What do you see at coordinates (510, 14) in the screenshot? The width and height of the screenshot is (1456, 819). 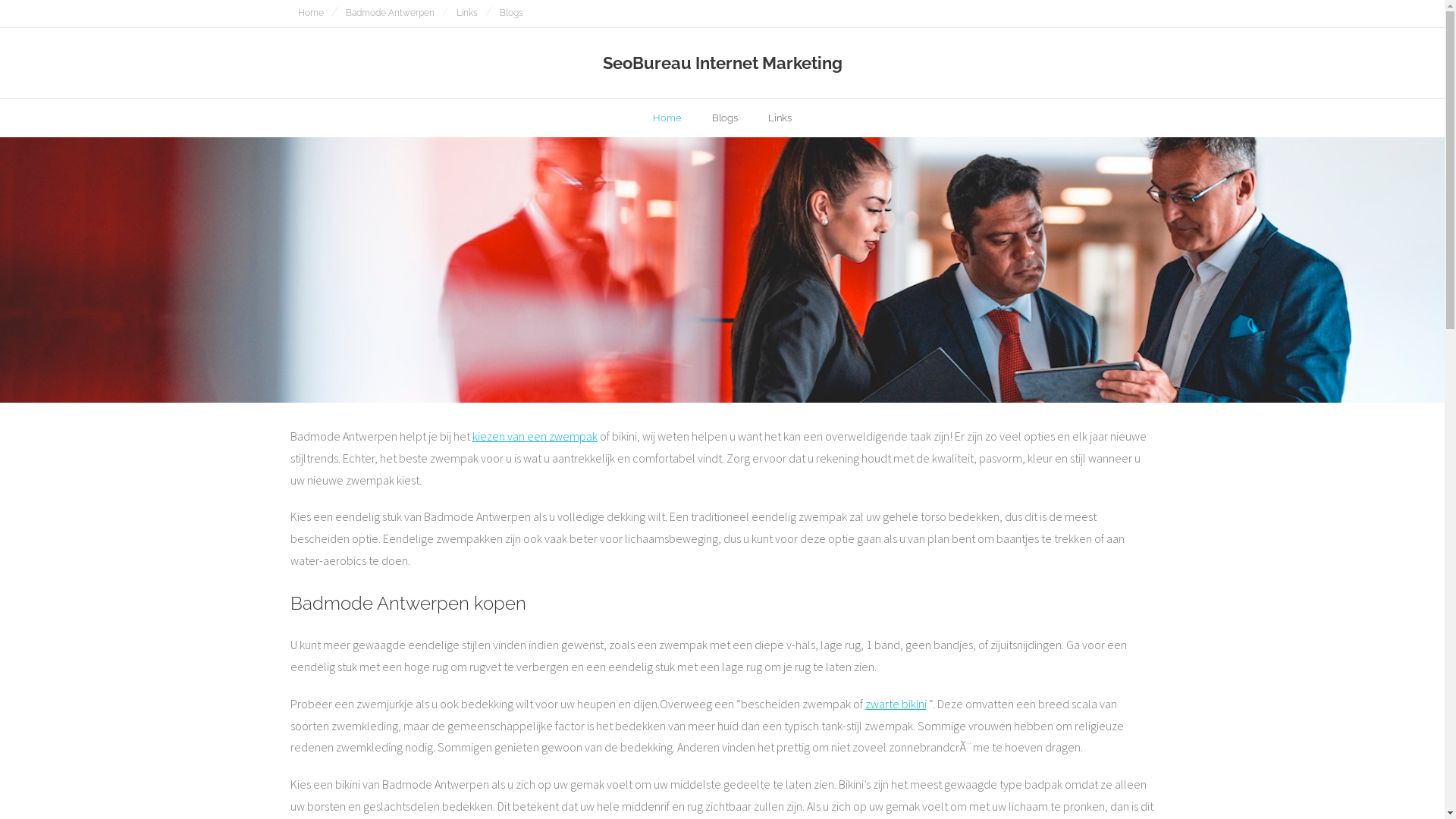 I see `'Blogs'` at bounding box center [510, 14].